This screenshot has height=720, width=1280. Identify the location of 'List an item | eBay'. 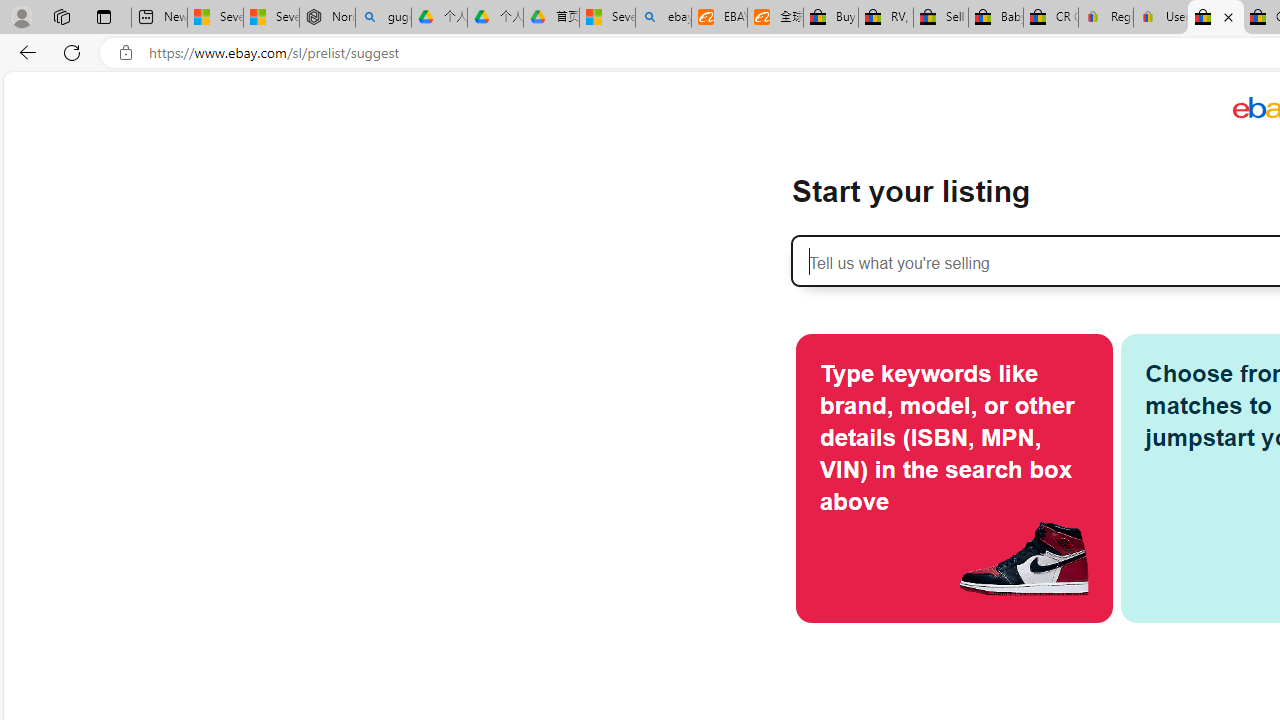
(1215, 17).